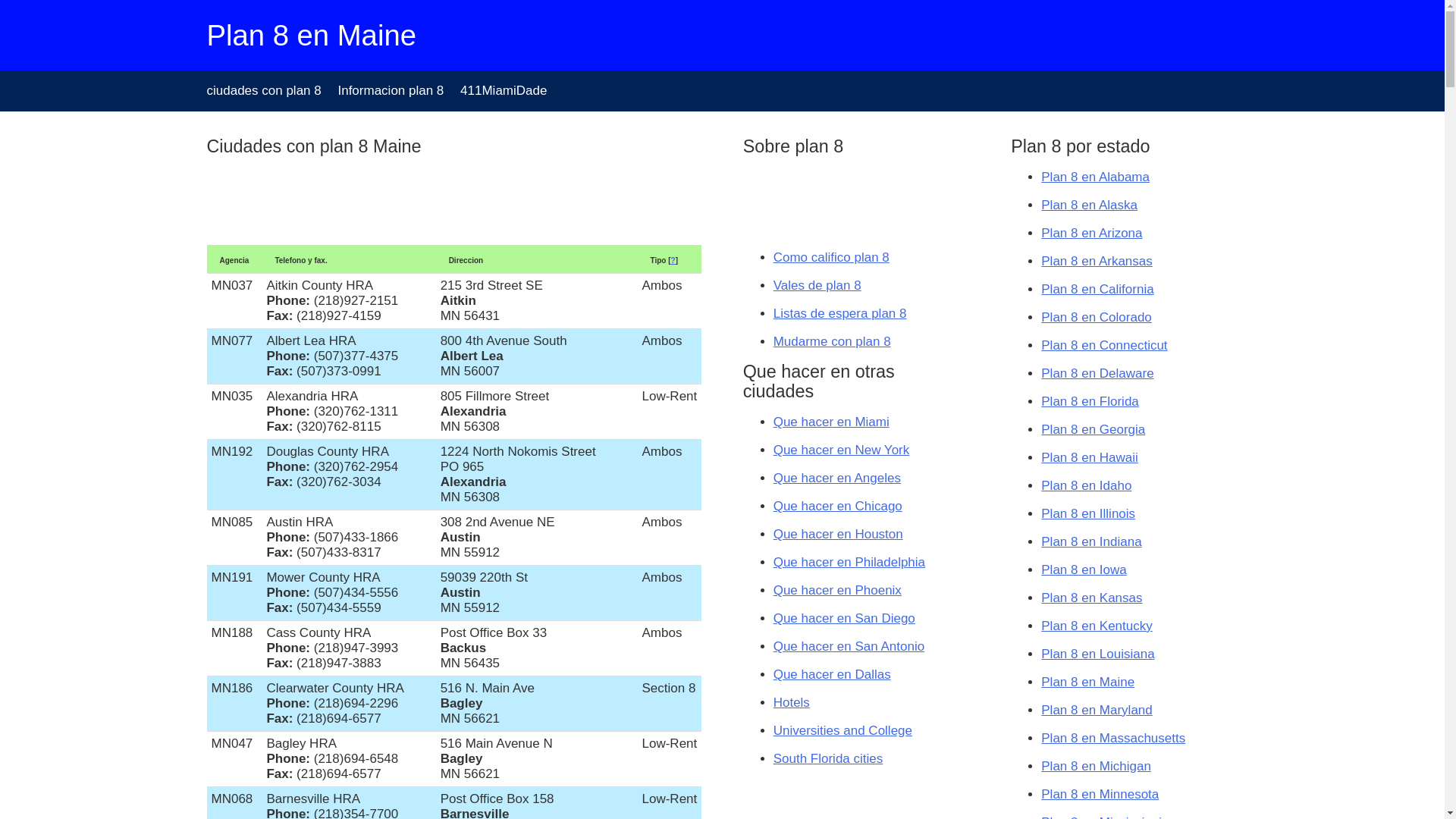  What do you see at coordinates (1093, 429) in the screenshot?
I see `'Plan 8 en Georgia'` at bounding box center [1093, 429].